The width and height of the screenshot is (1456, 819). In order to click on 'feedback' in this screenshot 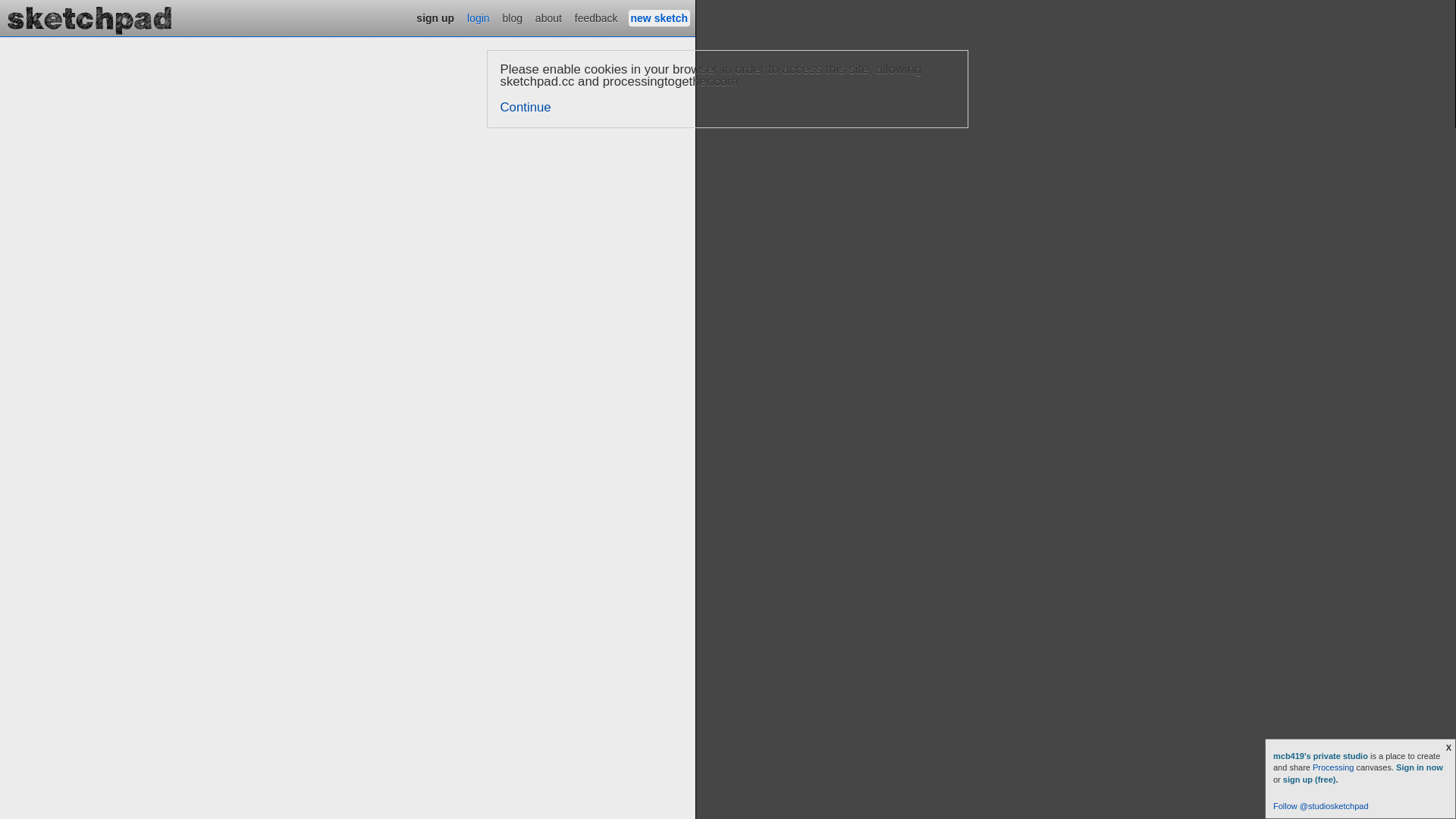, I will do `click(571, 17)`.